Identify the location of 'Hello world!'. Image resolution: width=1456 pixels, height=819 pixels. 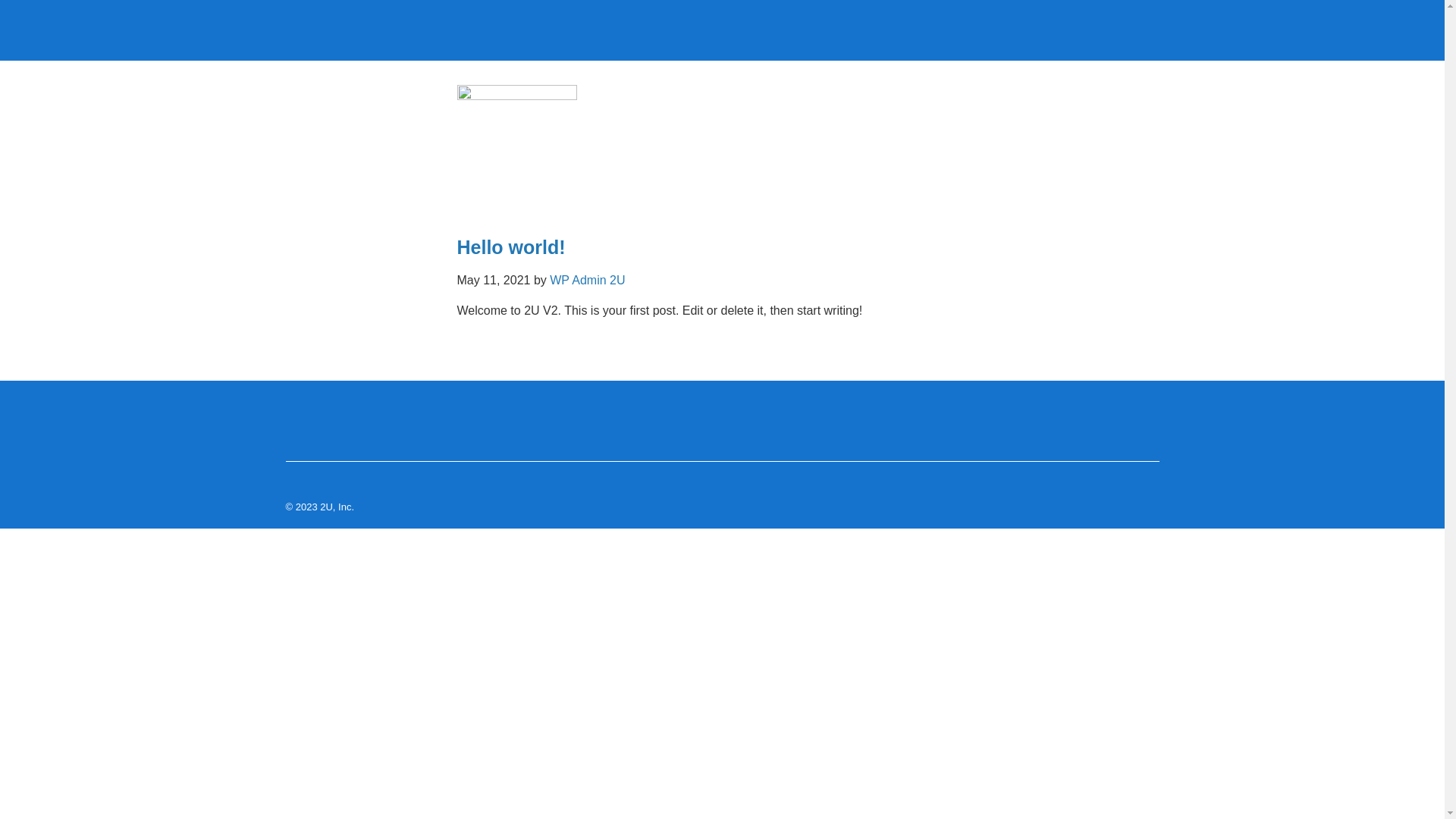
(510, 246).